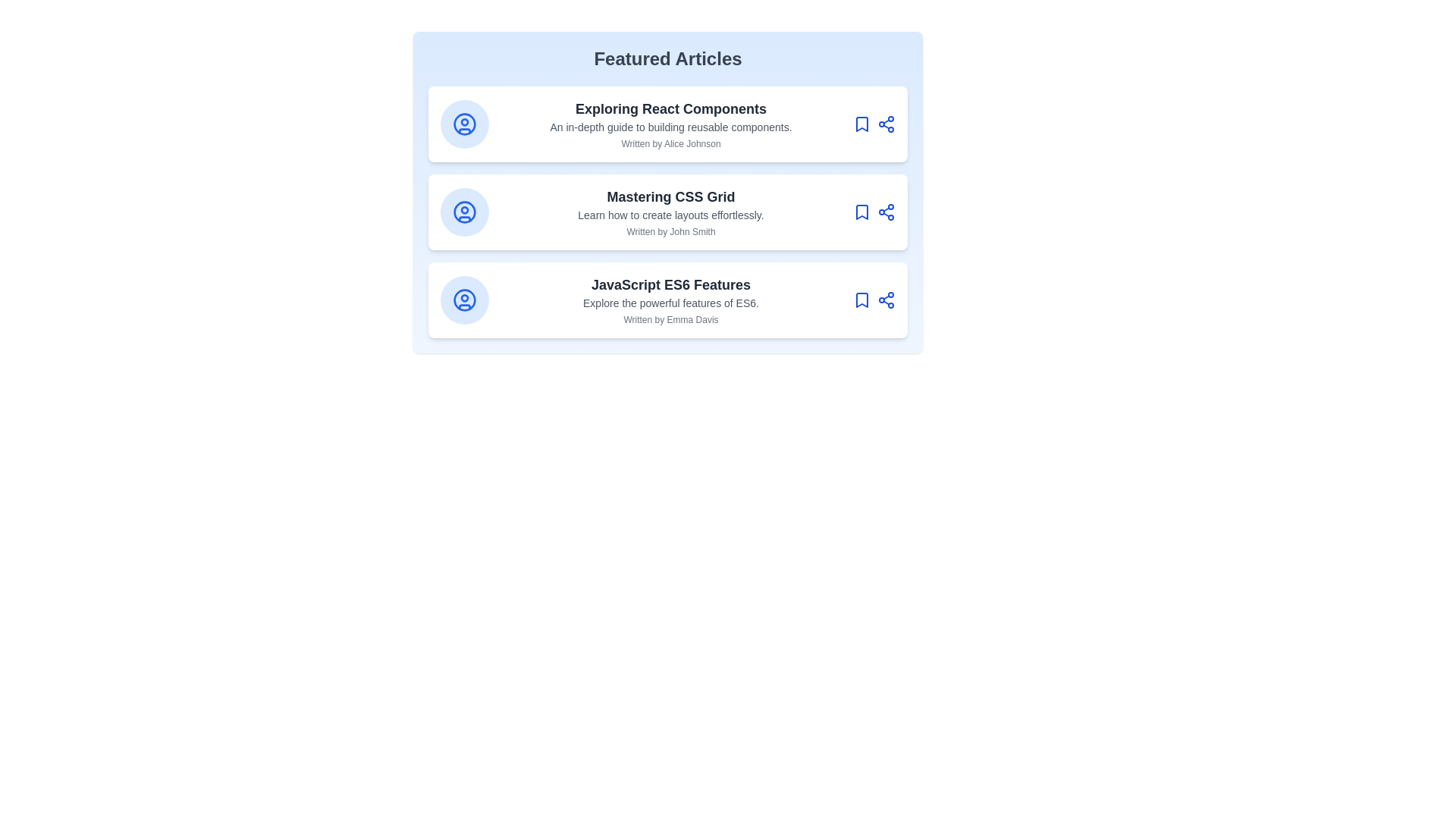  Describe the element at coordinates (862, 300) in the screenshot. I see `the bookmark icon of the article card titled 'JavaScript ES6 Features'` at that location.